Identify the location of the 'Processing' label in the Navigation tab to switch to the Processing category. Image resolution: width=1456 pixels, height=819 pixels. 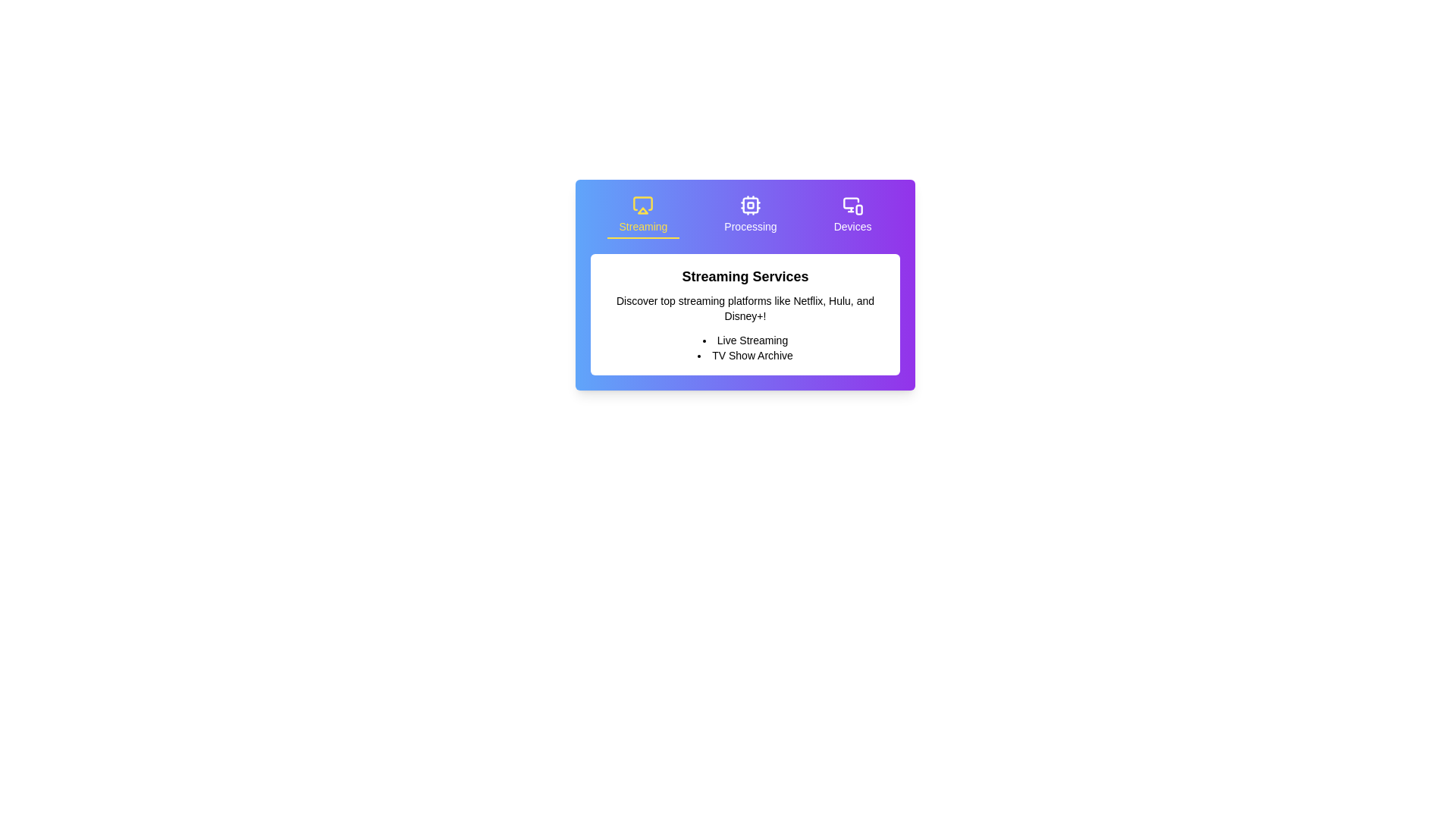
(745, 216).